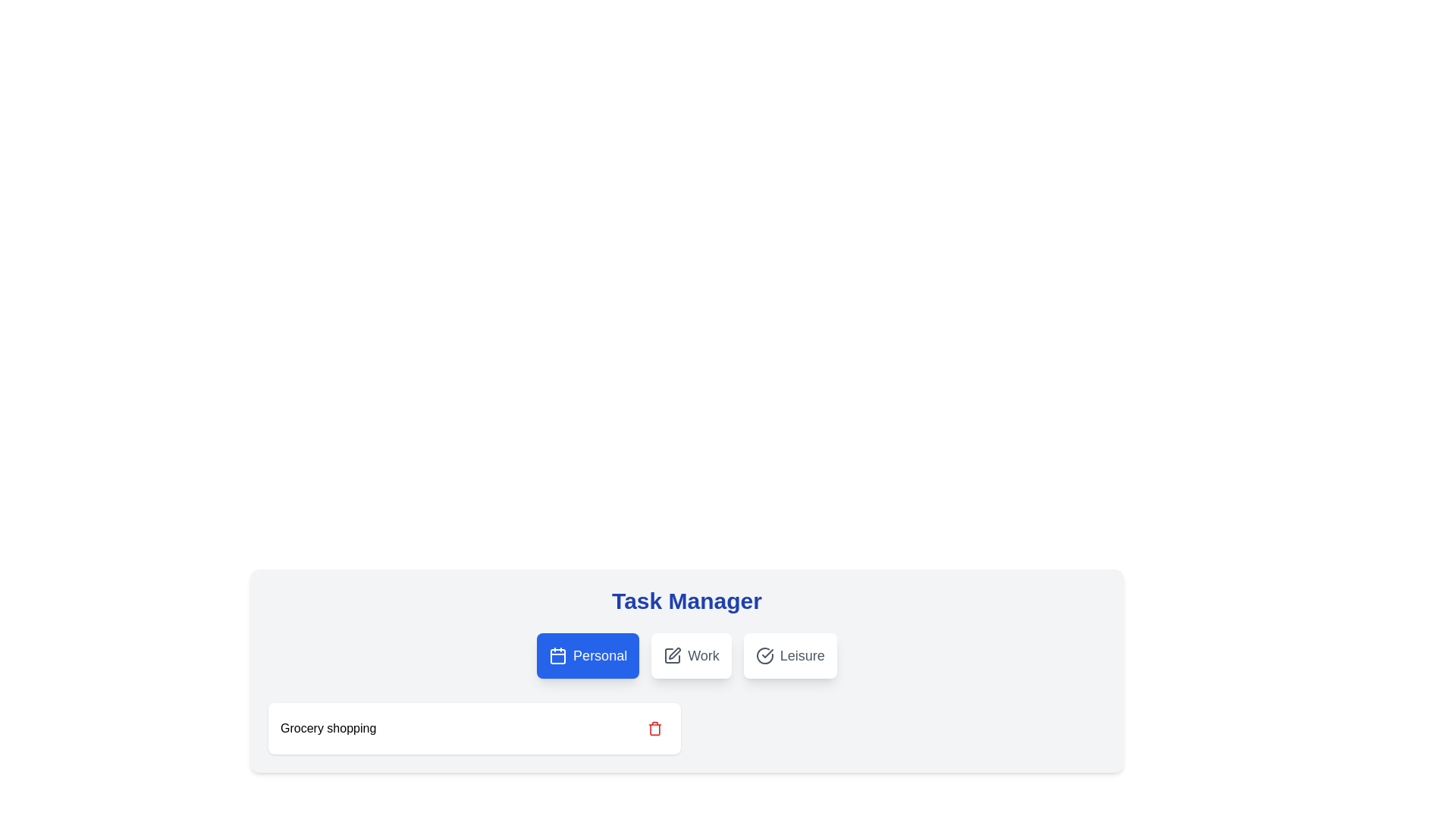 The image size is (1456, 819). Describe the element at coordinates (802, 654) in the screenshot. I see `the text label displaying the word 'Leisure' located inside the rightmost button of a horizontal layout of three buttons labeled 'Personal', 'Work', and 'Leisure'` at that location.